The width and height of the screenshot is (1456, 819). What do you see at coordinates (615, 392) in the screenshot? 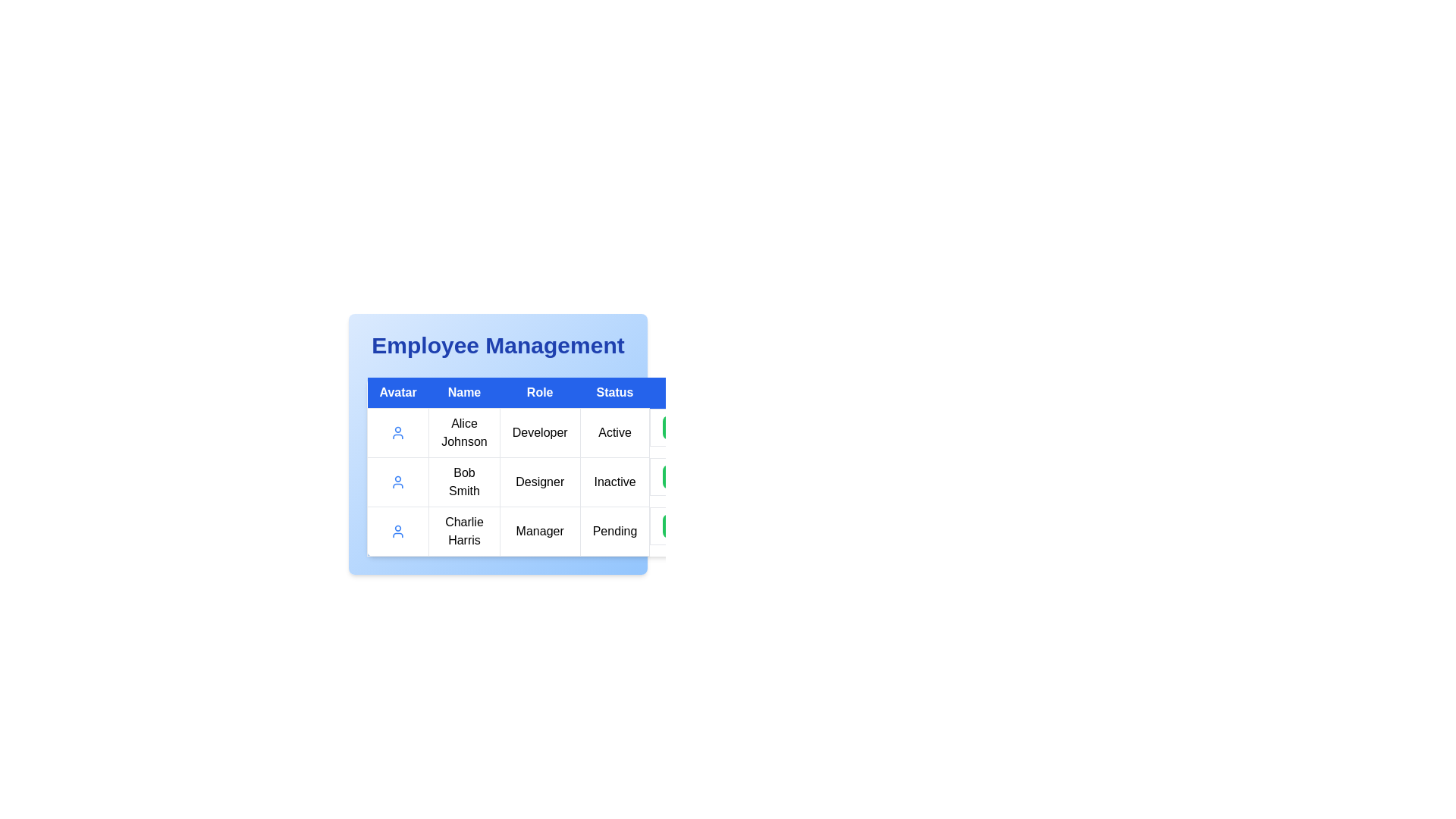
I see `the 'Status' label, which displays white text on a blue background and is the fourth element in a row of labels including 'Avatar', 'Name', 'Role', and 'Actions'` at bounding box center [615, 392].